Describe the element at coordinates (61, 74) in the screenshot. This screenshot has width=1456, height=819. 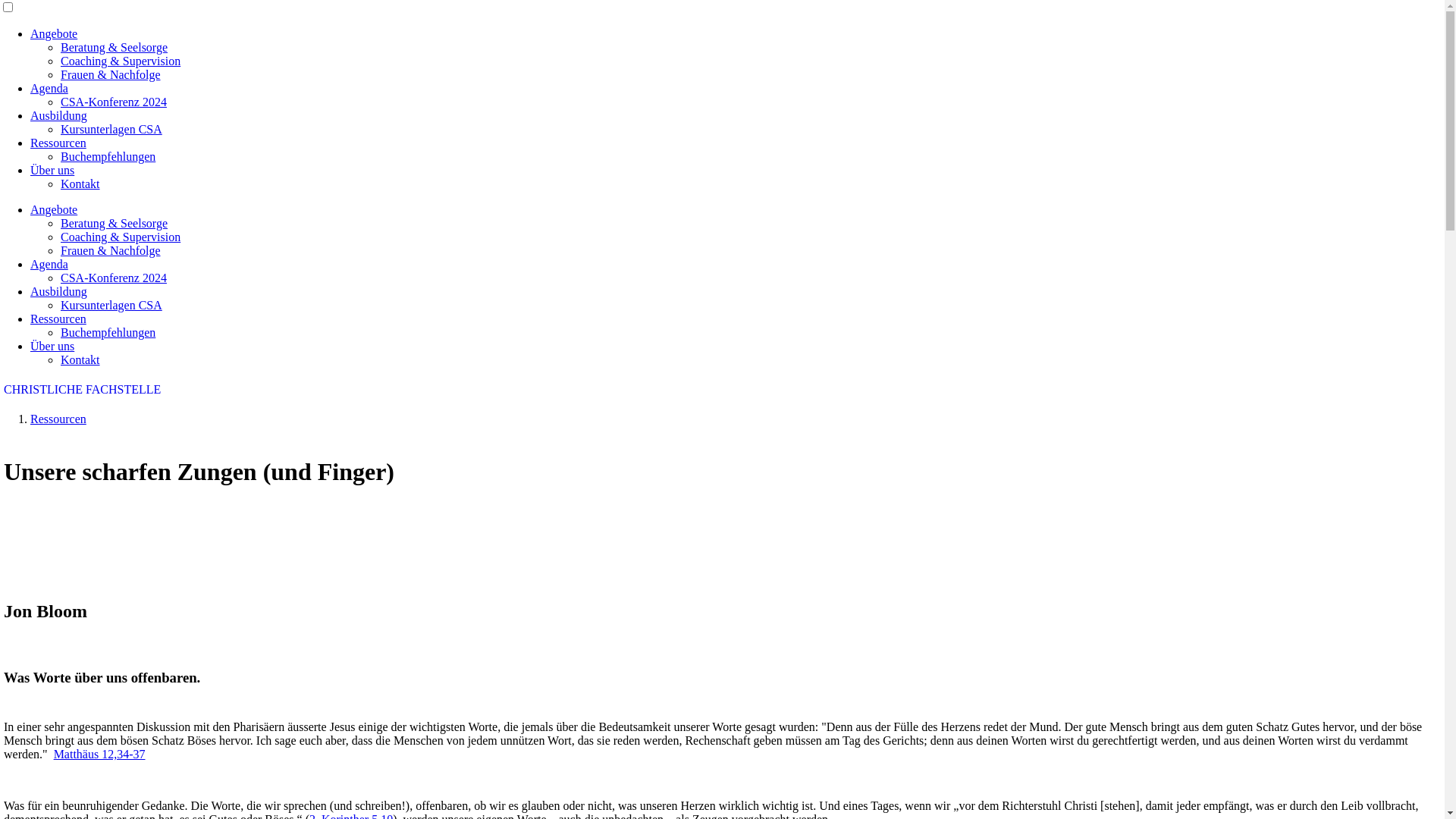
I see `'Frauen & Nachfolge'` at that location.